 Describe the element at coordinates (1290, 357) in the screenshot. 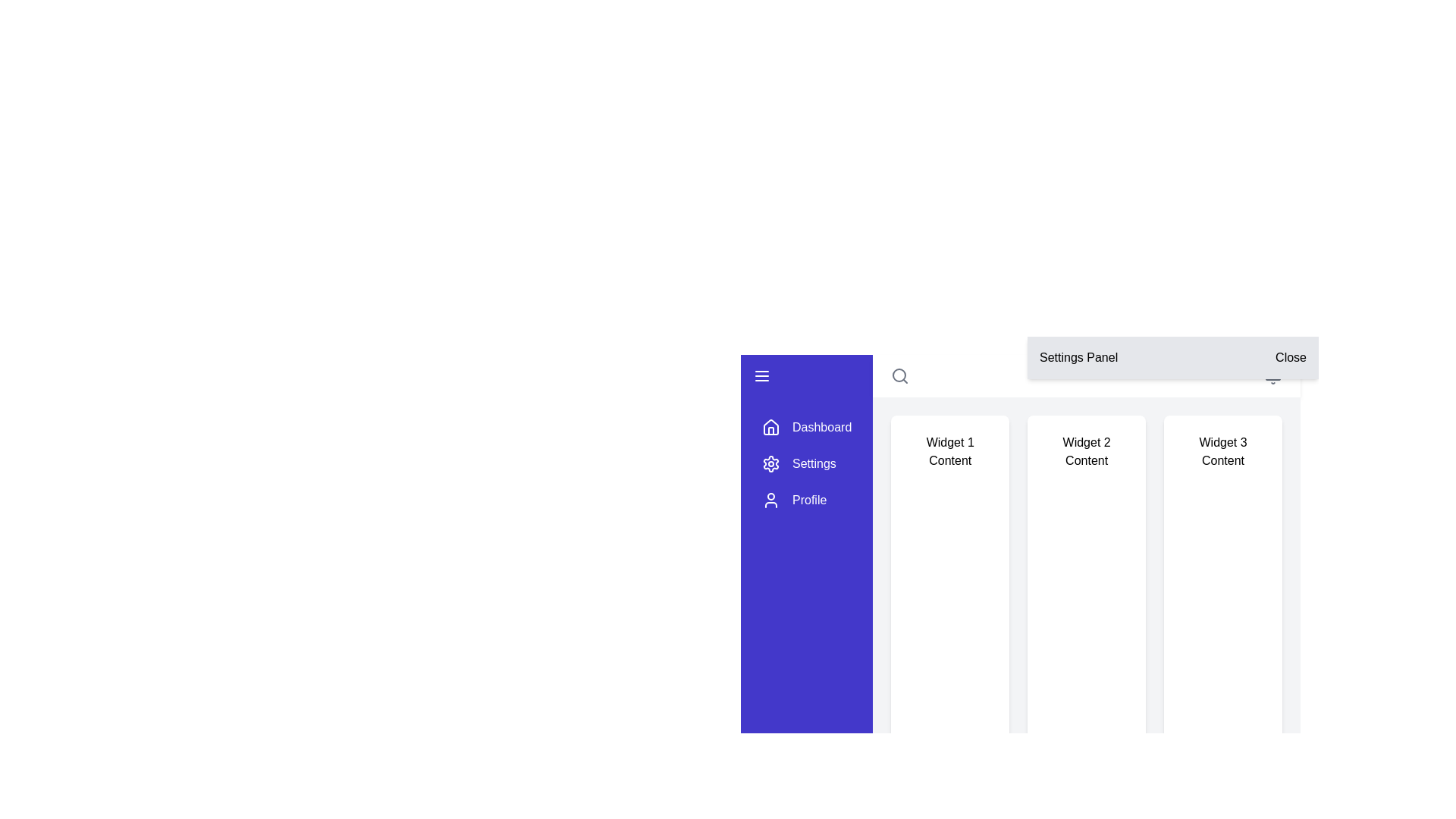

I see `the 'Close' button located at the top-right corner of the gray header bar of the 'Settings Panel'` at that location.